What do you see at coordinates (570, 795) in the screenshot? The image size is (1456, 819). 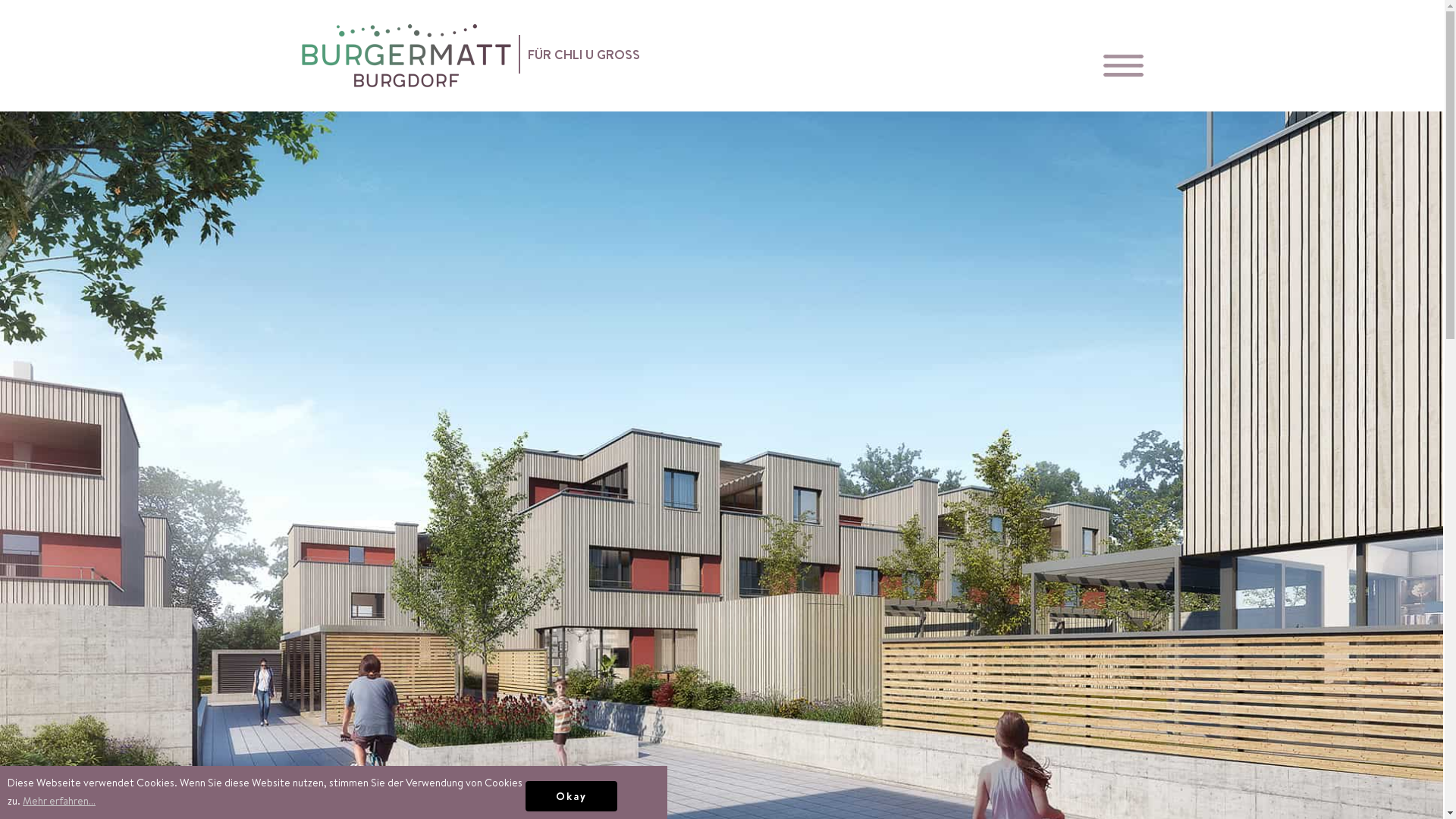 I see `'Okay'` at bounding box center [570, 795].